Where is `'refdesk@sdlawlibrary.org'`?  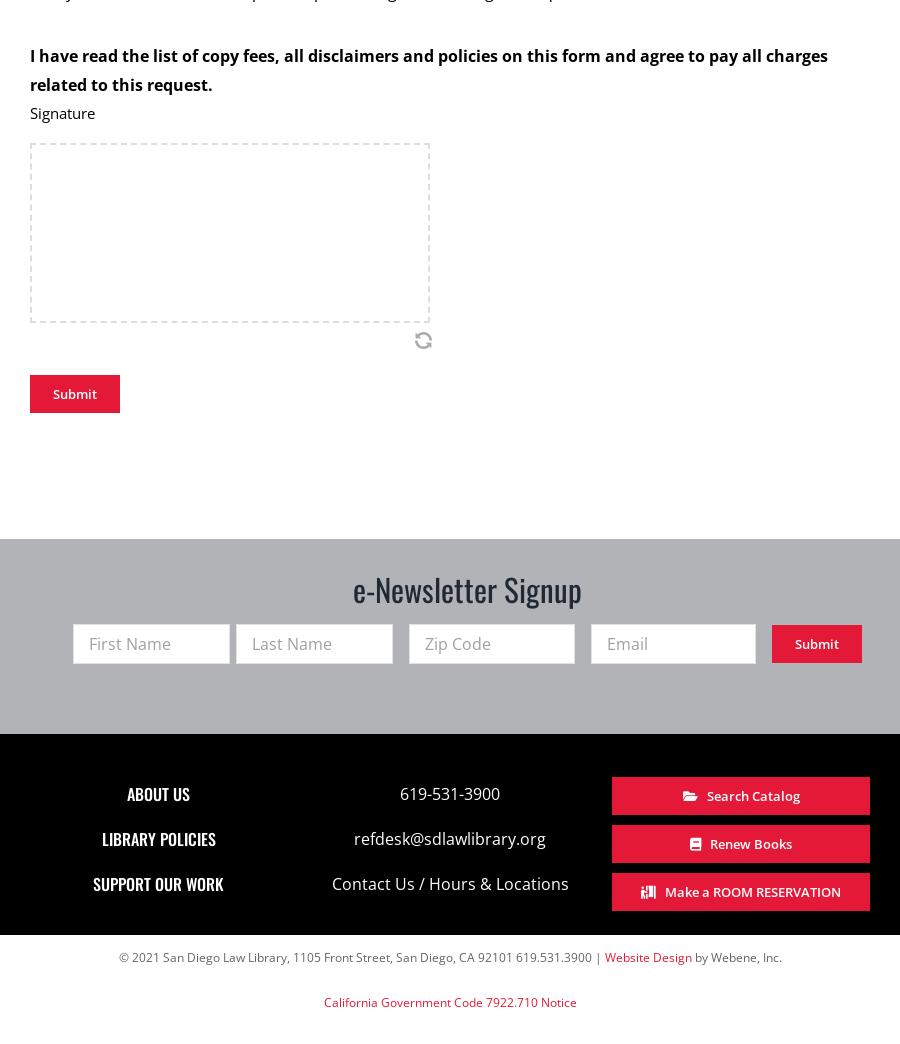
'refdesk@sdlawlibrary.org' is located at coordinates (450, 837).